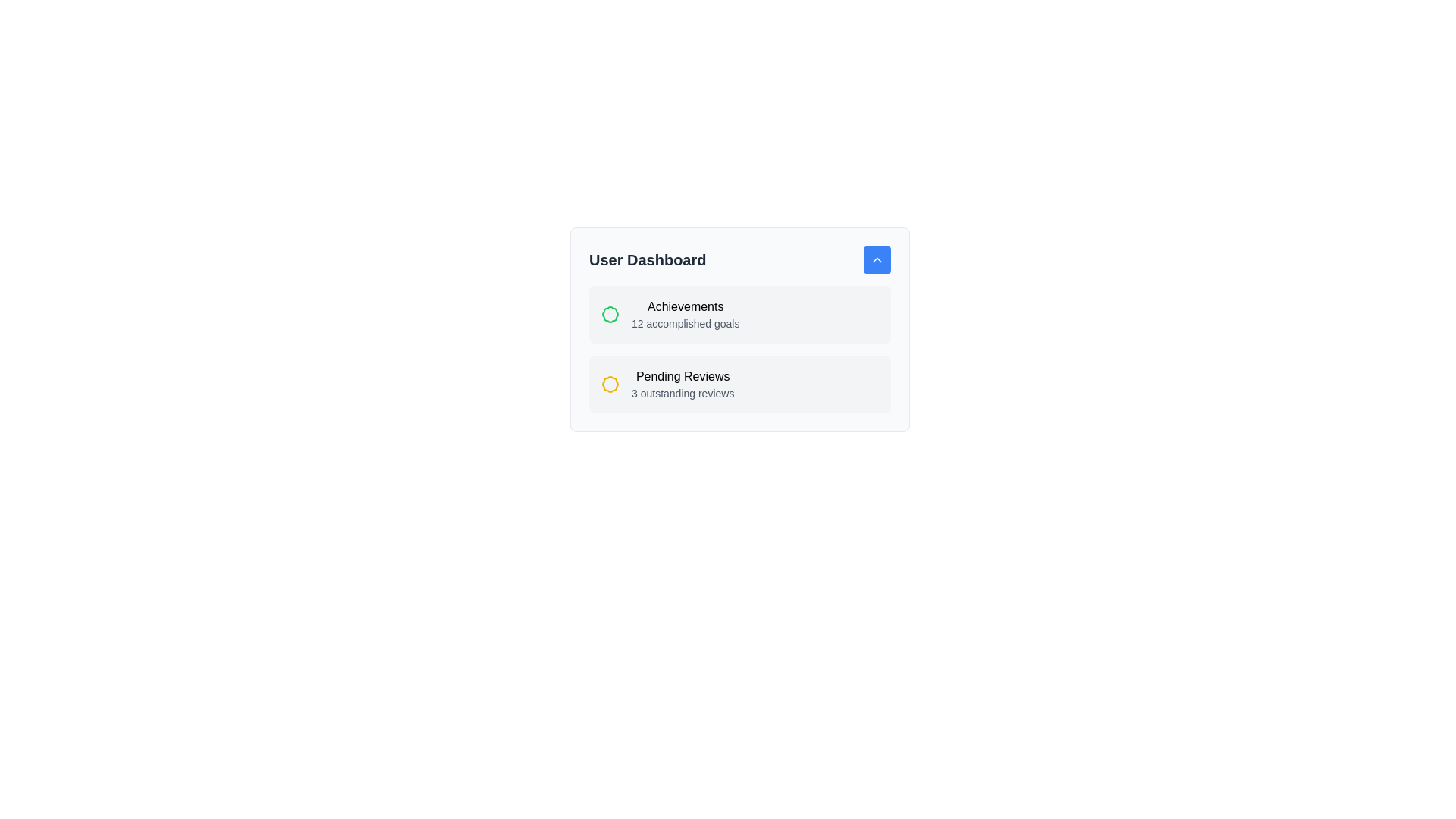 This screenshot has width=1456, height=819. What do you see at coordinates (685, 323) in the screenshot?
I see `the text label displaying '12 accomplished goals' located below the 'Achievements' heading in the Achievements section of the dashboard card` at bounding box center [685, 323].